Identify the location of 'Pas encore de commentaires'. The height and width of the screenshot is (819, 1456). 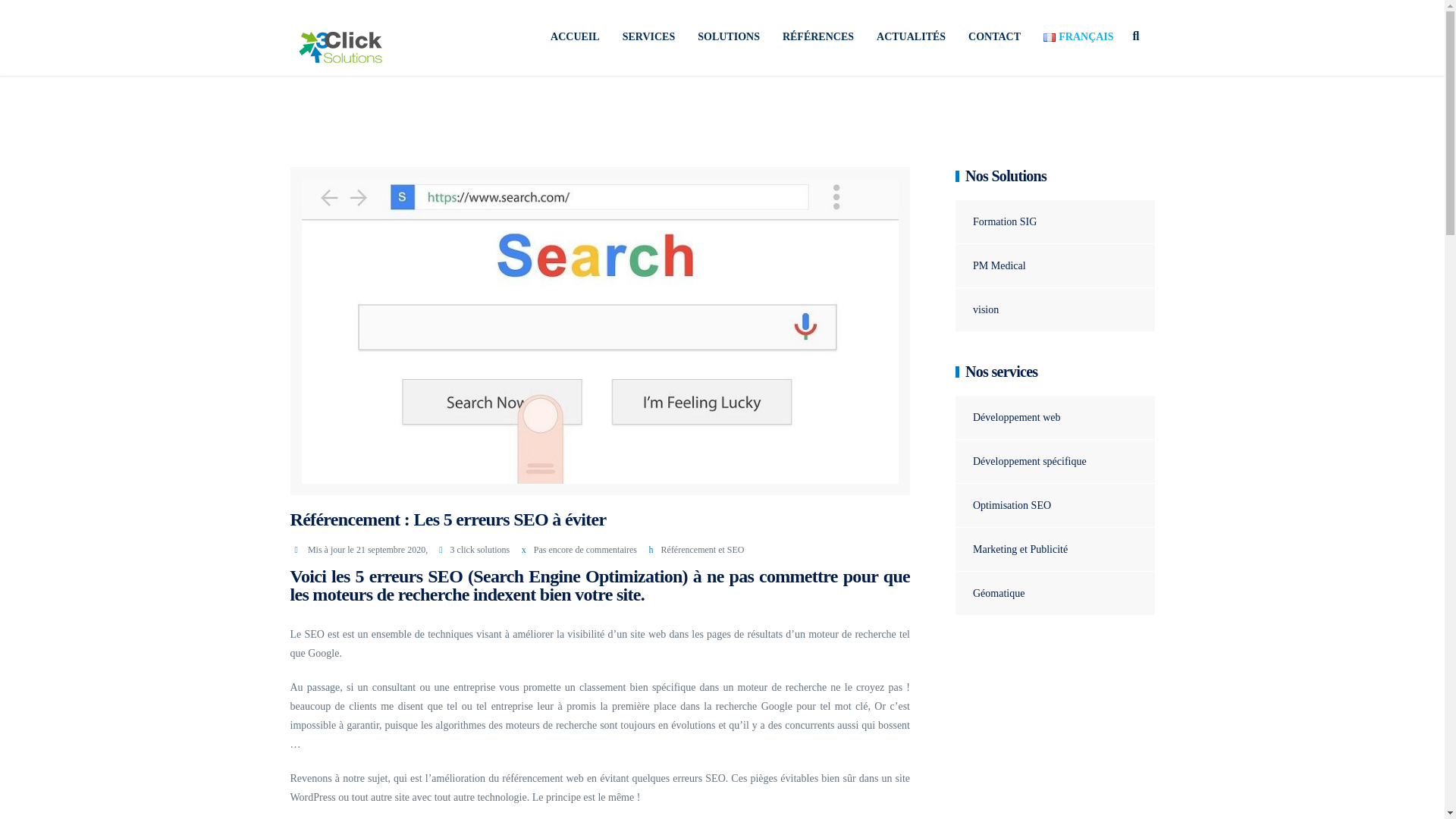
(585, 550).